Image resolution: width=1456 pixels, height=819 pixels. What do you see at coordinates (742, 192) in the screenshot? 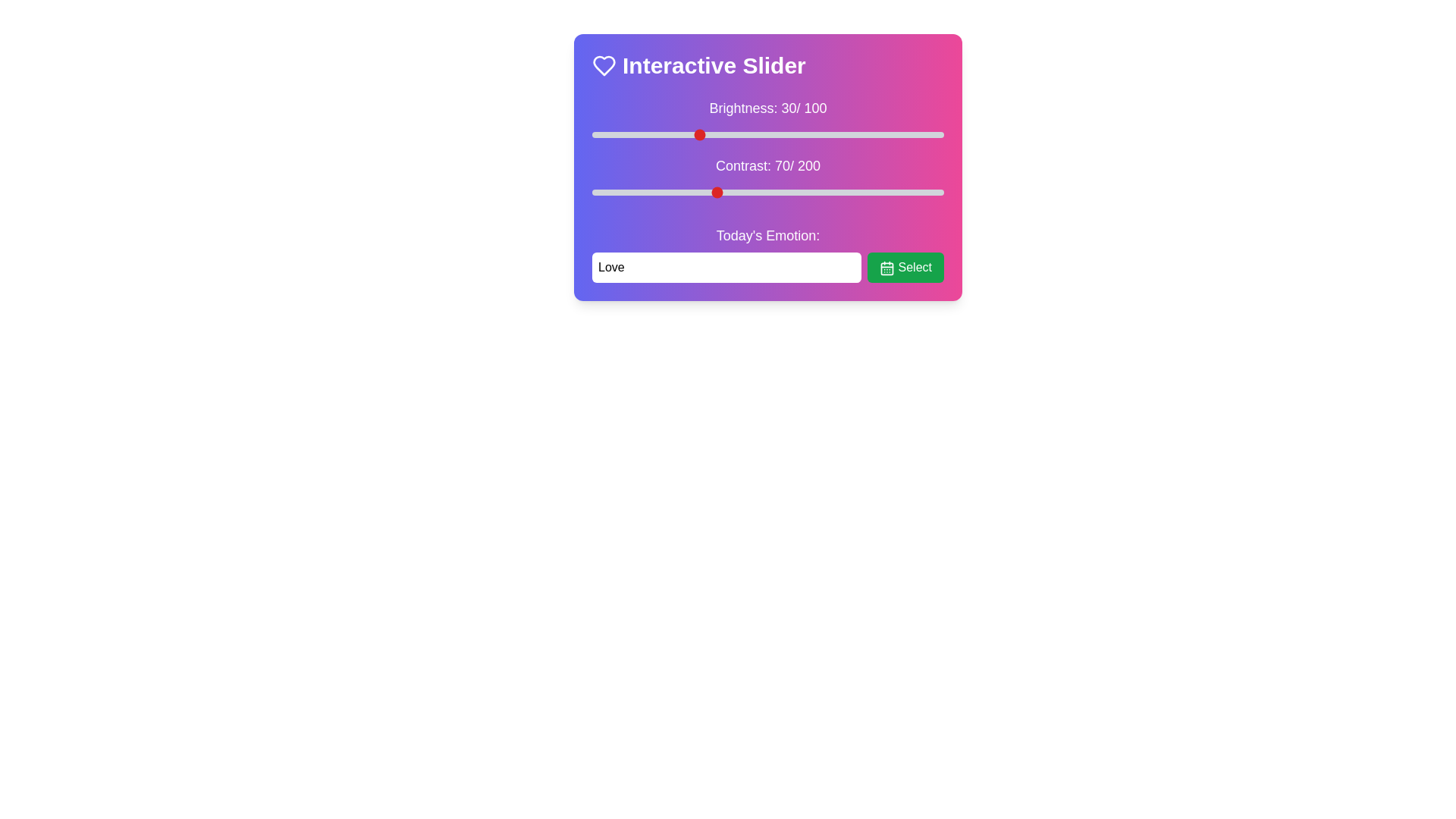
I see `the contrast slider to 85` at bounding box center [742, 192].